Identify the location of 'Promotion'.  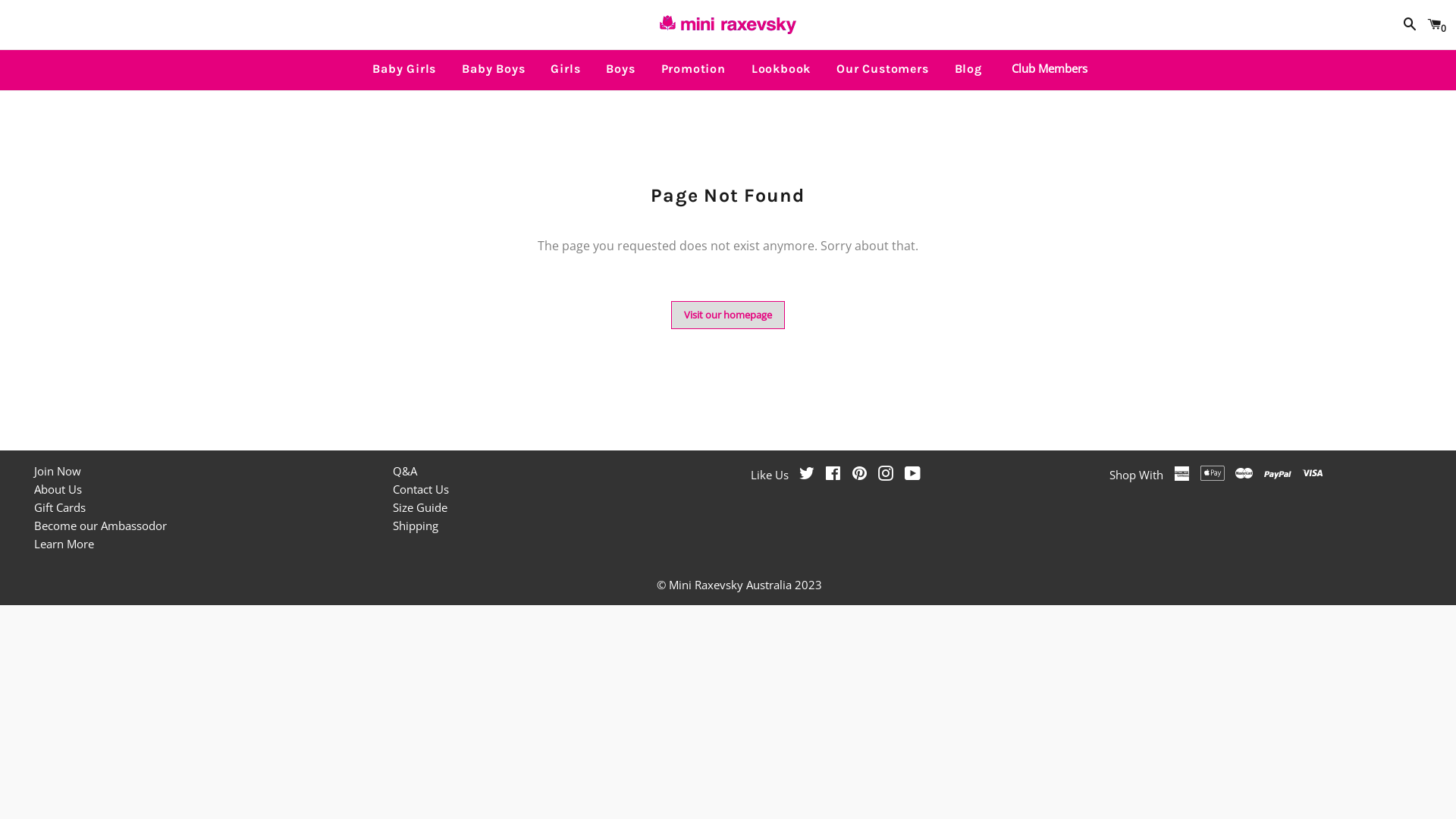
(692, 69).